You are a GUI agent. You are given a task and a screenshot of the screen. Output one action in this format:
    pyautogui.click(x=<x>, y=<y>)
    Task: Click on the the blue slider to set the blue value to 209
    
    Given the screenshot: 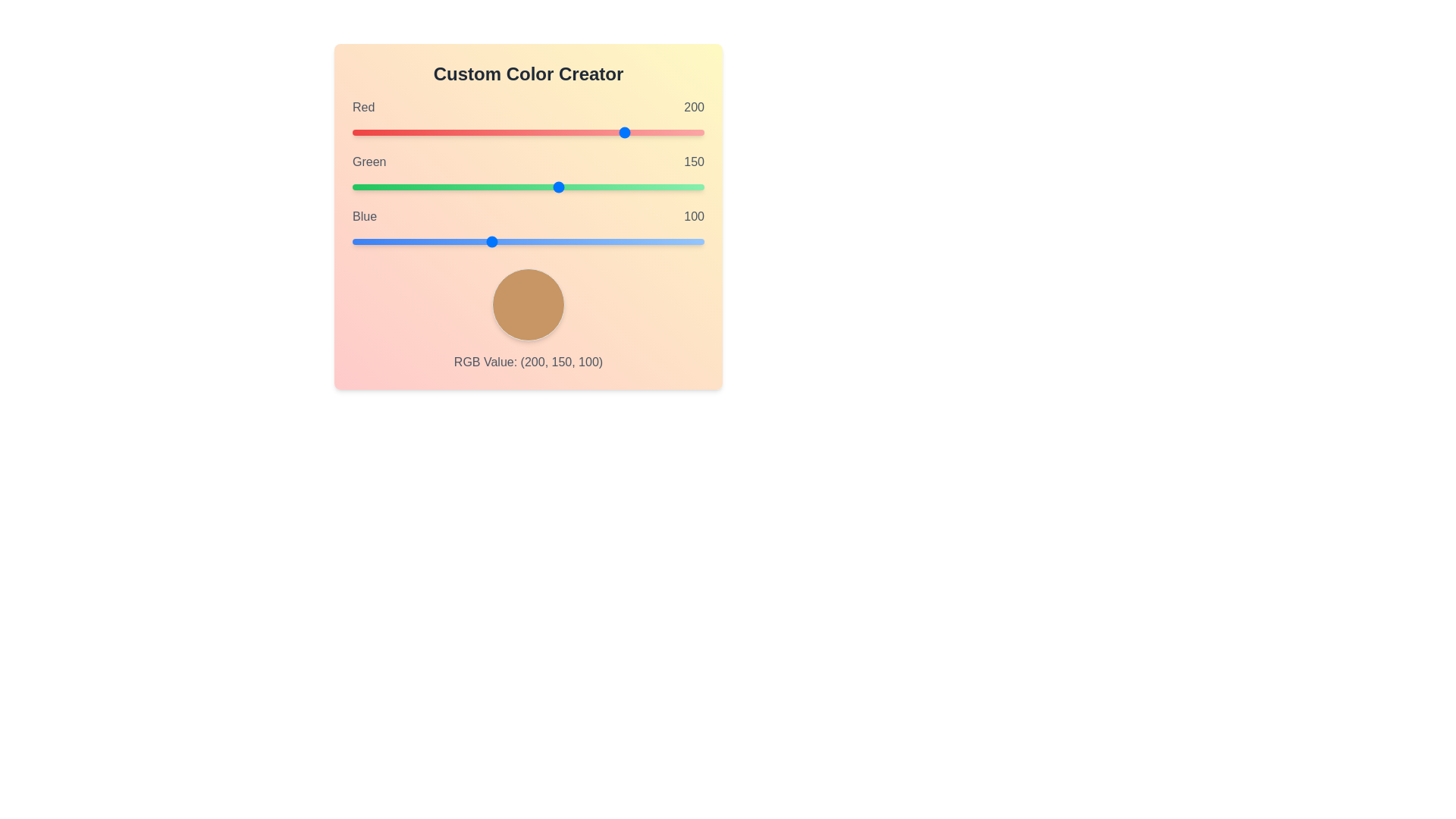 What is the action you would take?
    pyautogui.click(x=641, y=241)
    